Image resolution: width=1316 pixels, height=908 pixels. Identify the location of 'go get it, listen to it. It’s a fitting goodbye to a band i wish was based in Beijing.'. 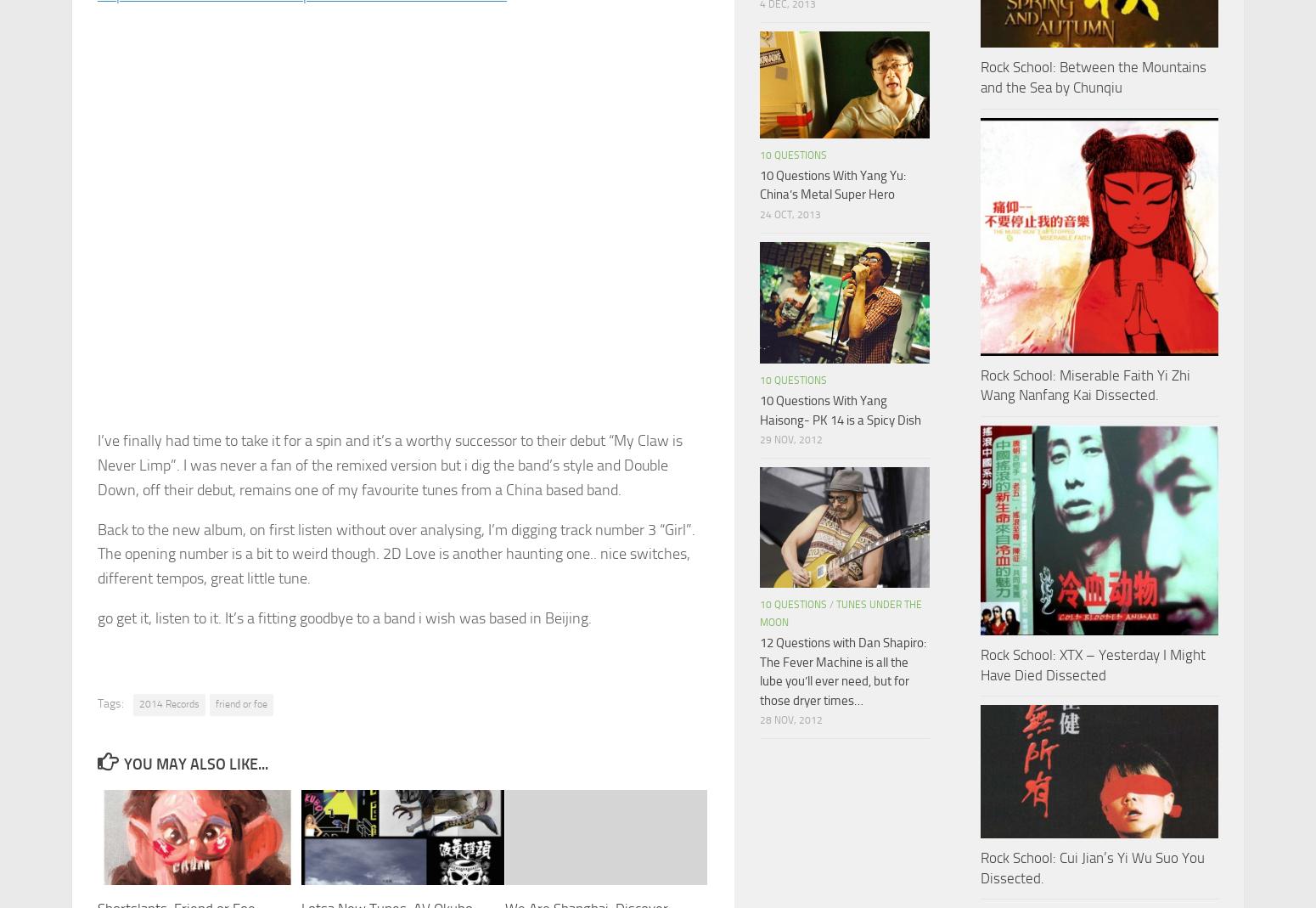
(344, 617).